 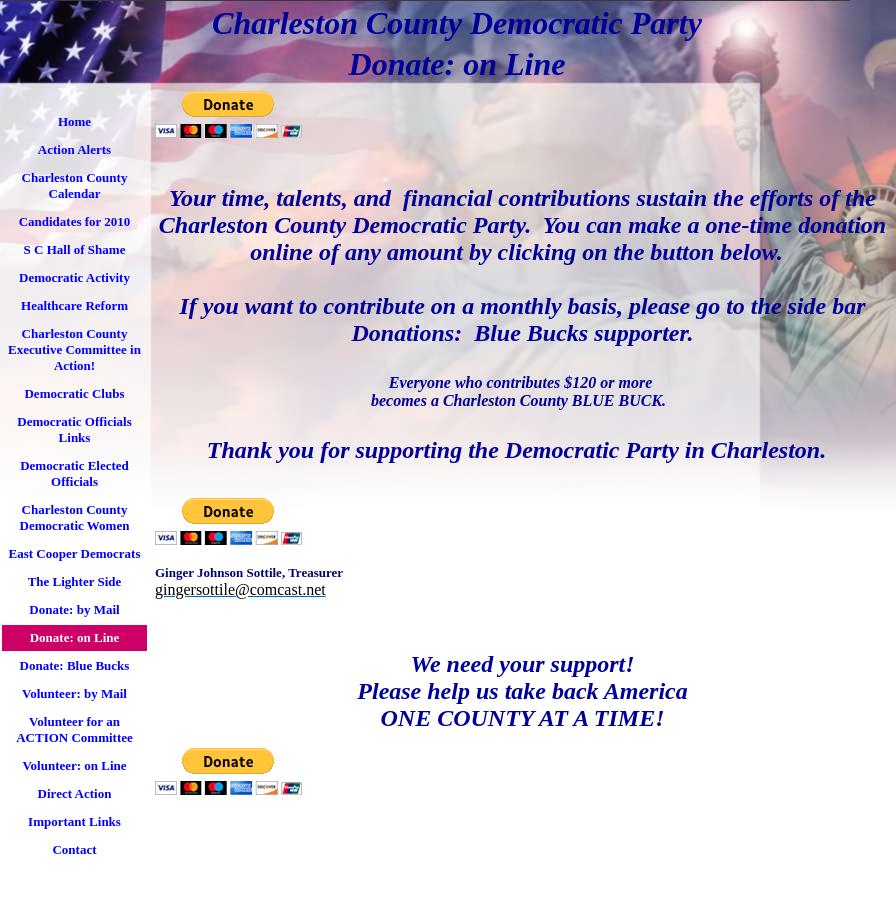 What do you see at coordinates (74, 348) in the screenshot?
I see `'Charleston County Executive Committee  in Action!'` at bounding box center [74, 348].